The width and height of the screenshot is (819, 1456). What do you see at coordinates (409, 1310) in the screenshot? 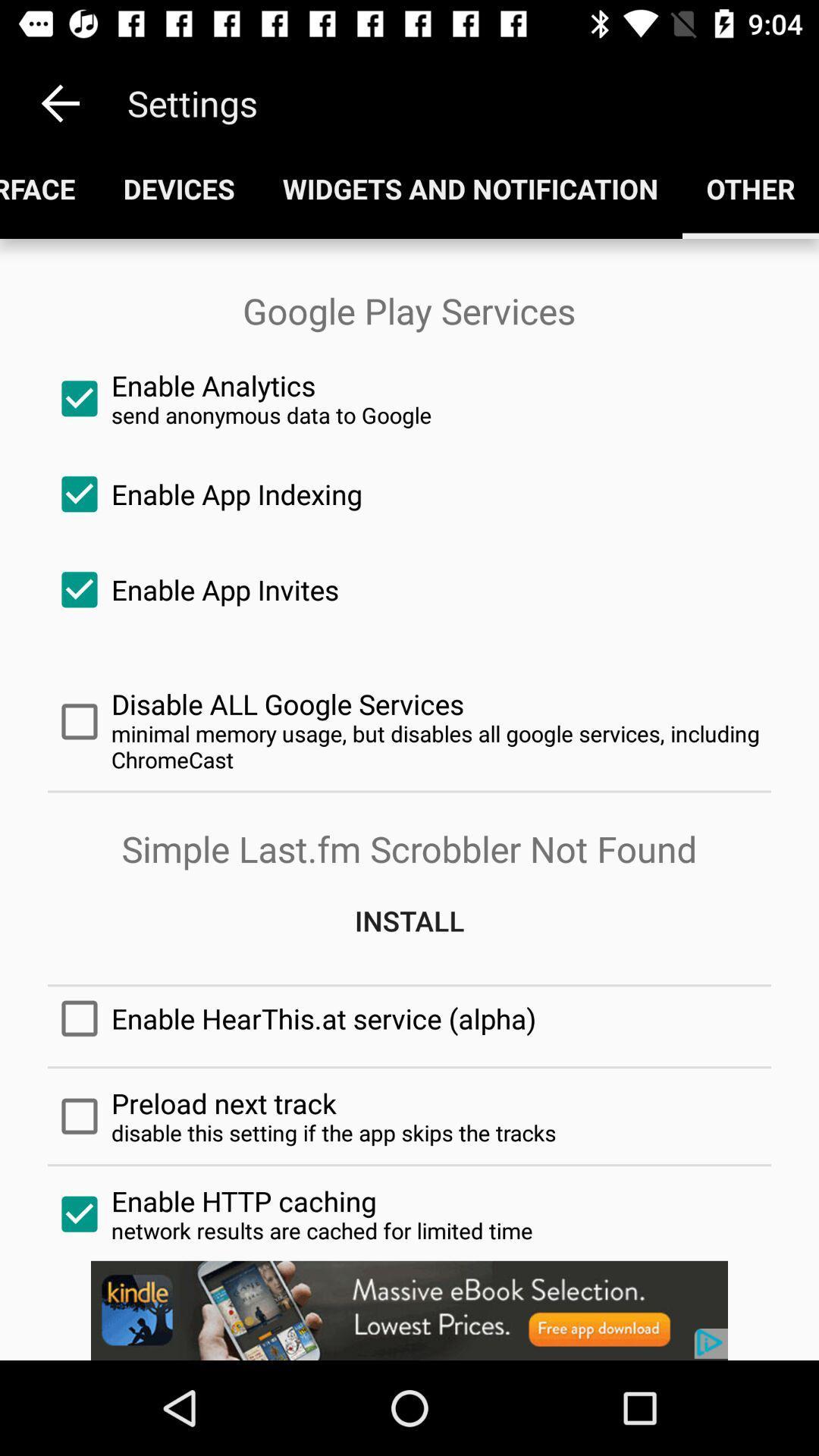
I see `banner advertisement` at bounding box center [409, 1310].